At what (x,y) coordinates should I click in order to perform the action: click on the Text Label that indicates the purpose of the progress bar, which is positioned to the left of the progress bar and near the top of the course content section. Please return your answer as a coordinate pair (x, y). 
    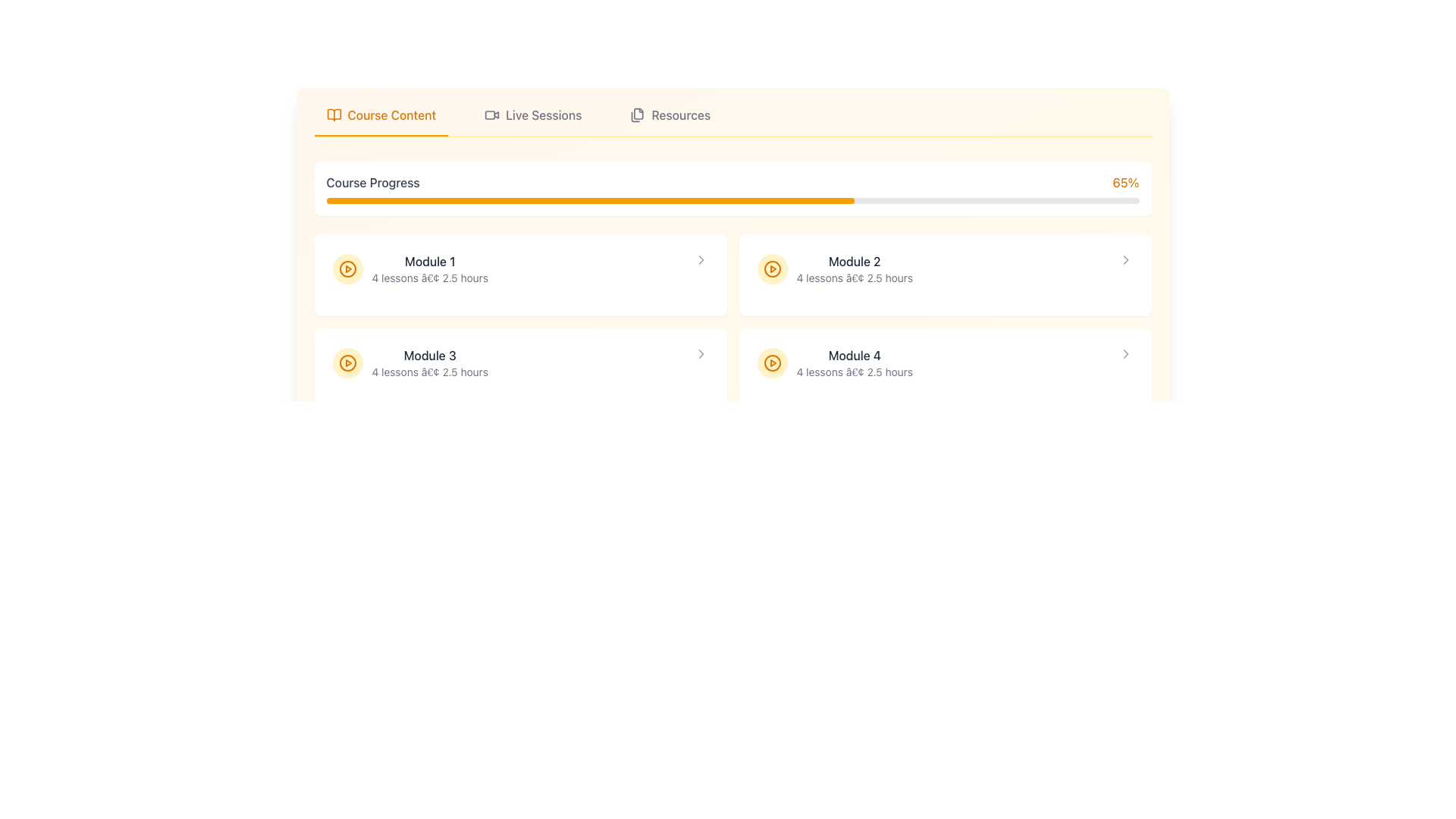
    Looking at the image, I should click on (373, 181).